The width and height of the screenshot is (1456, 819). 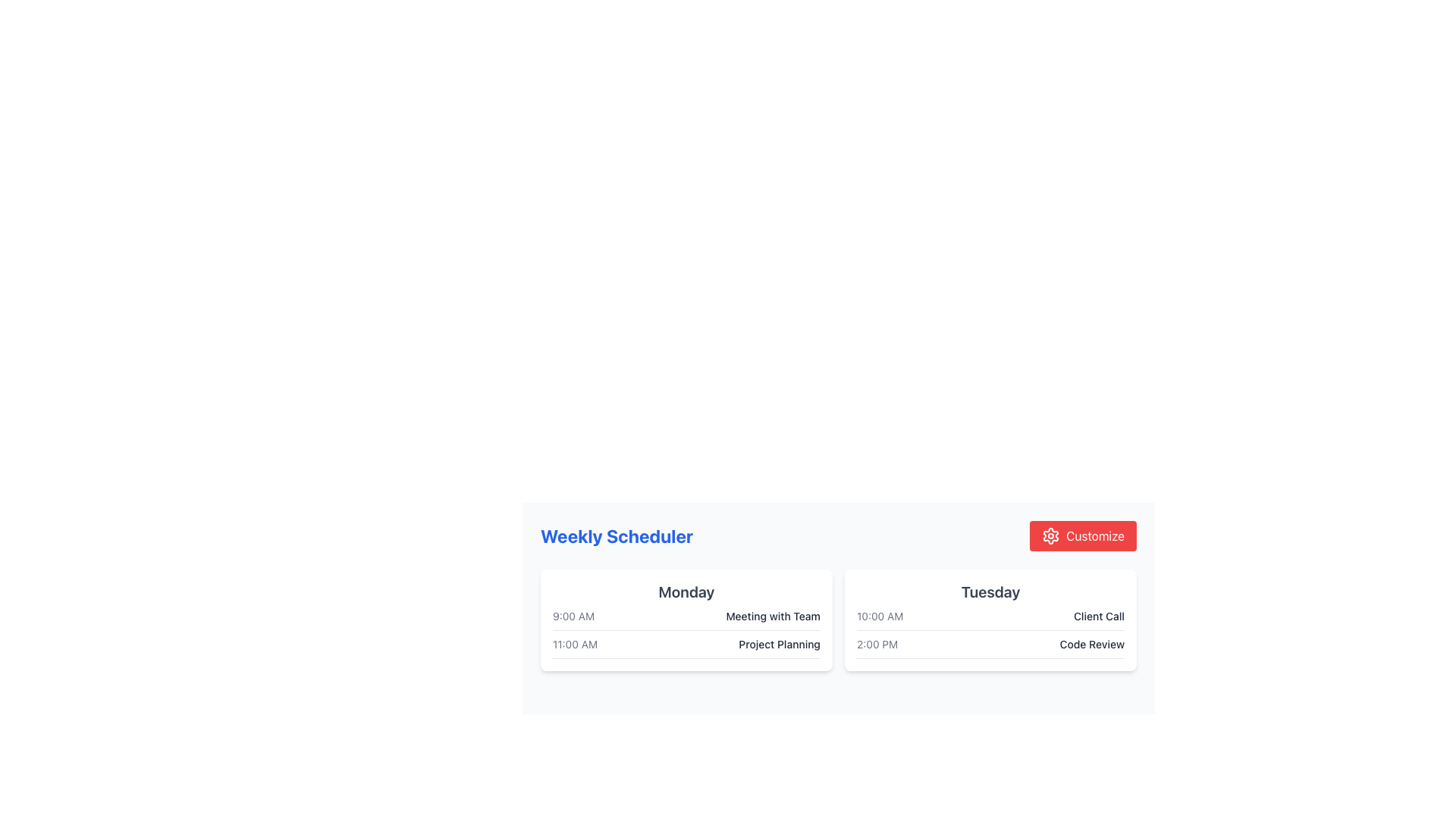 I want to click on the 'Weekly Scheduler' text label, which is styled with a bold font and blue color, located in the header section of the scheduler interface, so click(x=617, y=535).